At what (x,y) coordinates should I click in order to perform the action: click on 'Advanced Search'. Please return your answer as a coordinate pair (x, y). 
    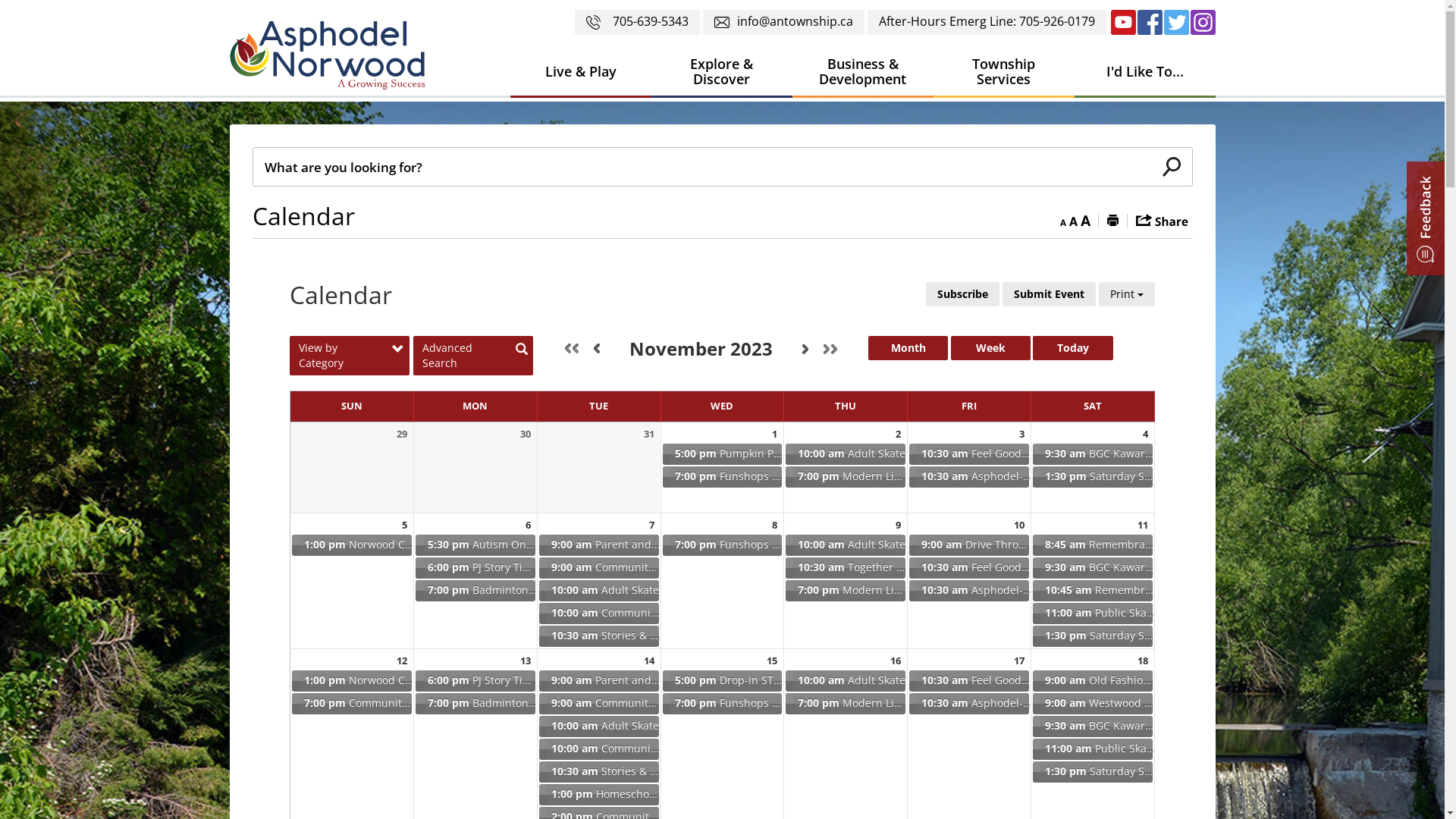
    Looking at the image, I should click on (472, 356).